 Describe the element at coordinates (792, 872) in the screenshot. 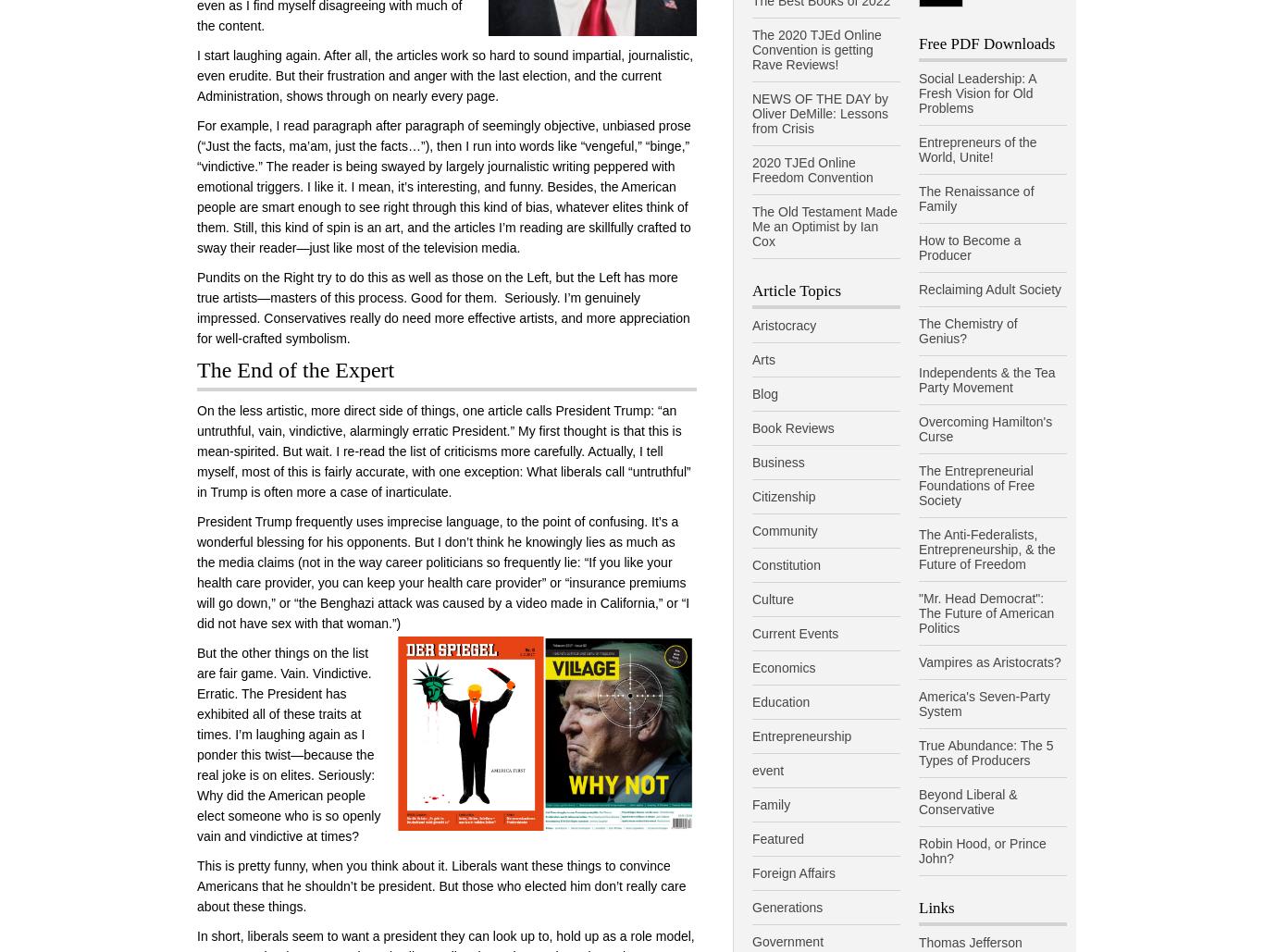

I see `'Foreign Affairs'` at that location.